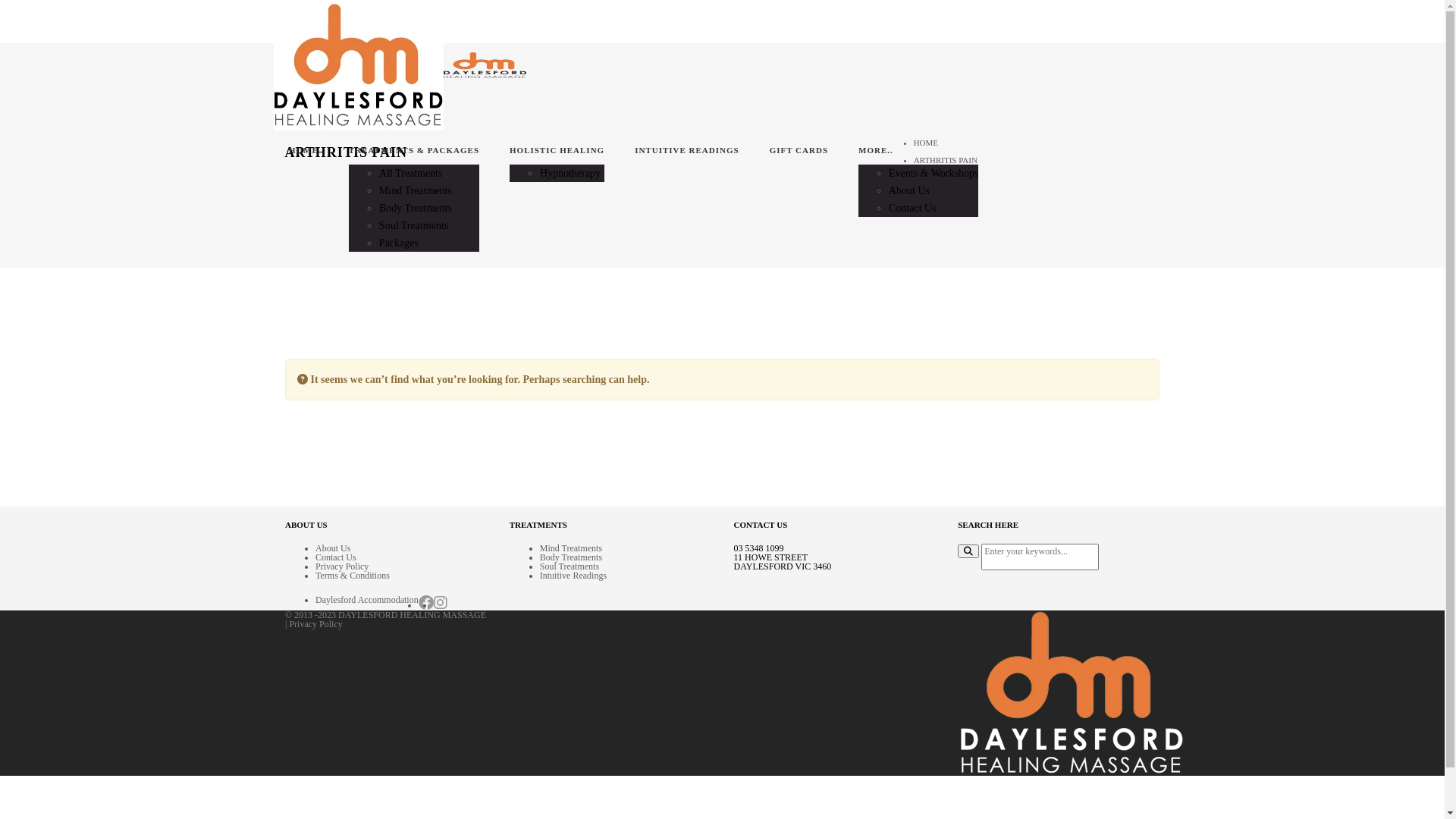 The image size is (1456, 819). Describe the element at coordinates (414, 151) in the screenshot. I see `'TREATMENTS & PACKAGES'` at that location.